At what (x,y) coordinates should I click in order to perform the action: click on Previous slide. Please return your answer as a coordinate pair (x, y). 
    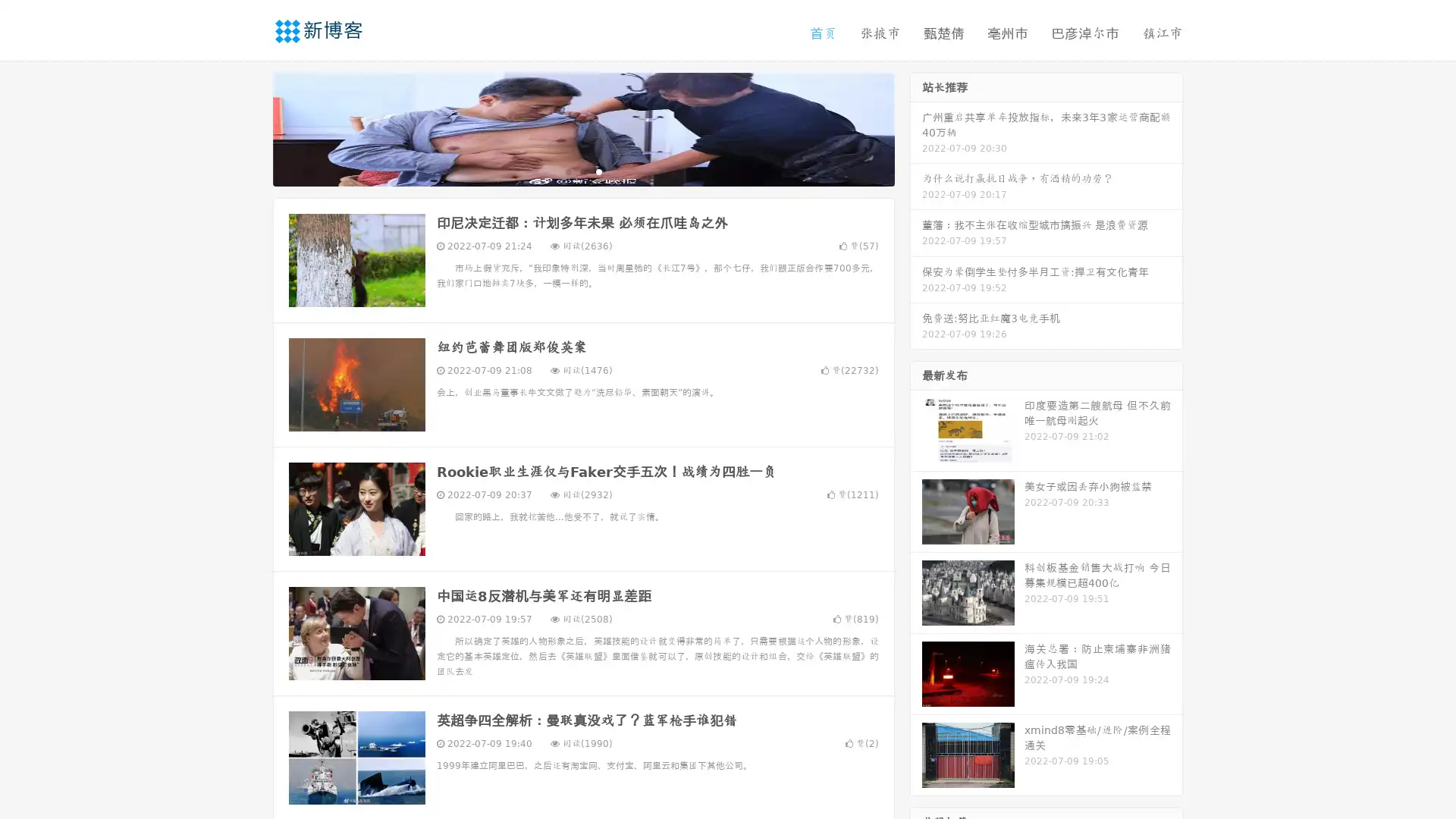
    Looking at the image, I should click on (250, 127).